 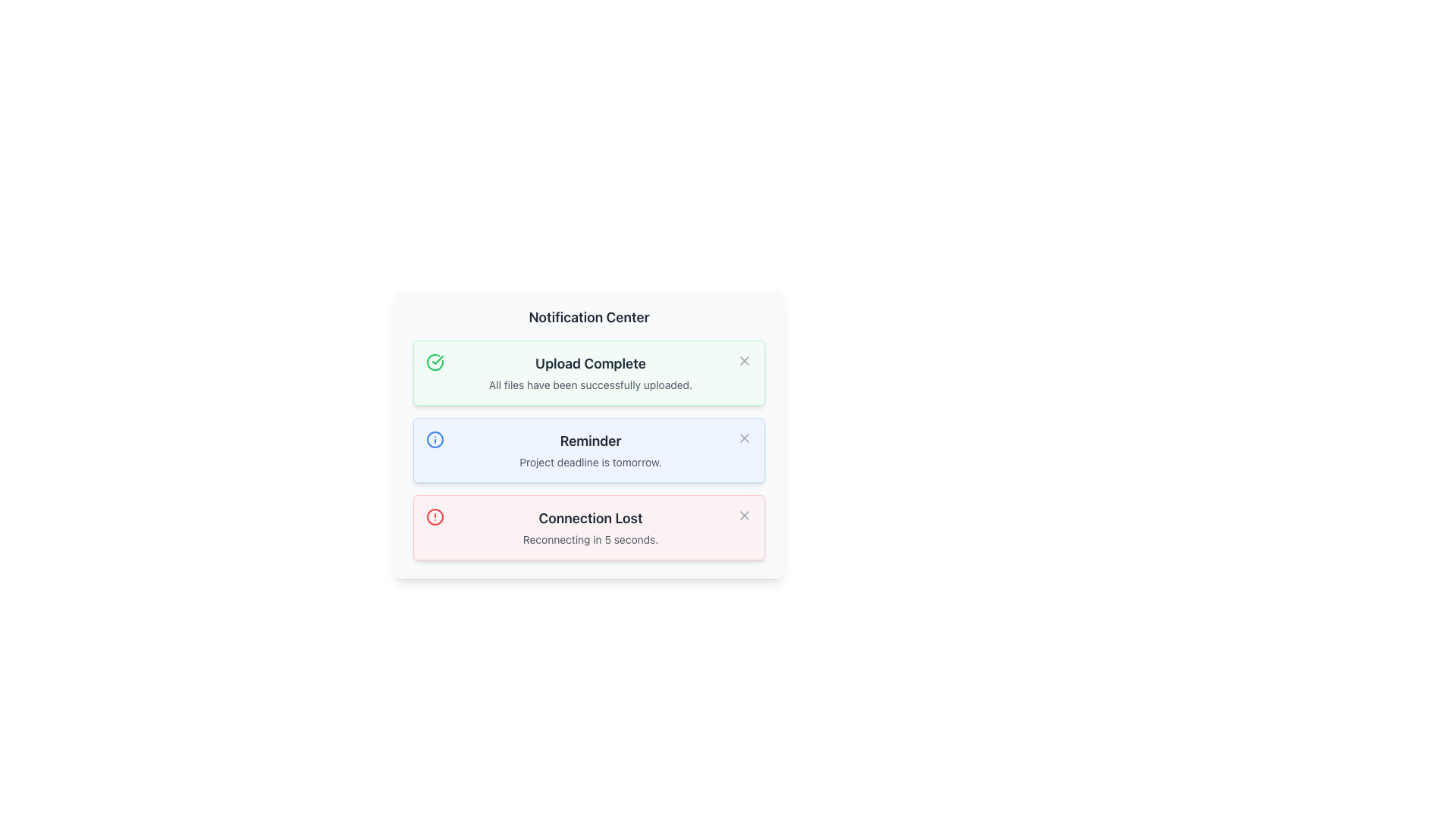 I want to click on the Notification card that indicates the project deadline is tomorrow, which is the second card in a series of three notifications, so click(x=588, y=433).